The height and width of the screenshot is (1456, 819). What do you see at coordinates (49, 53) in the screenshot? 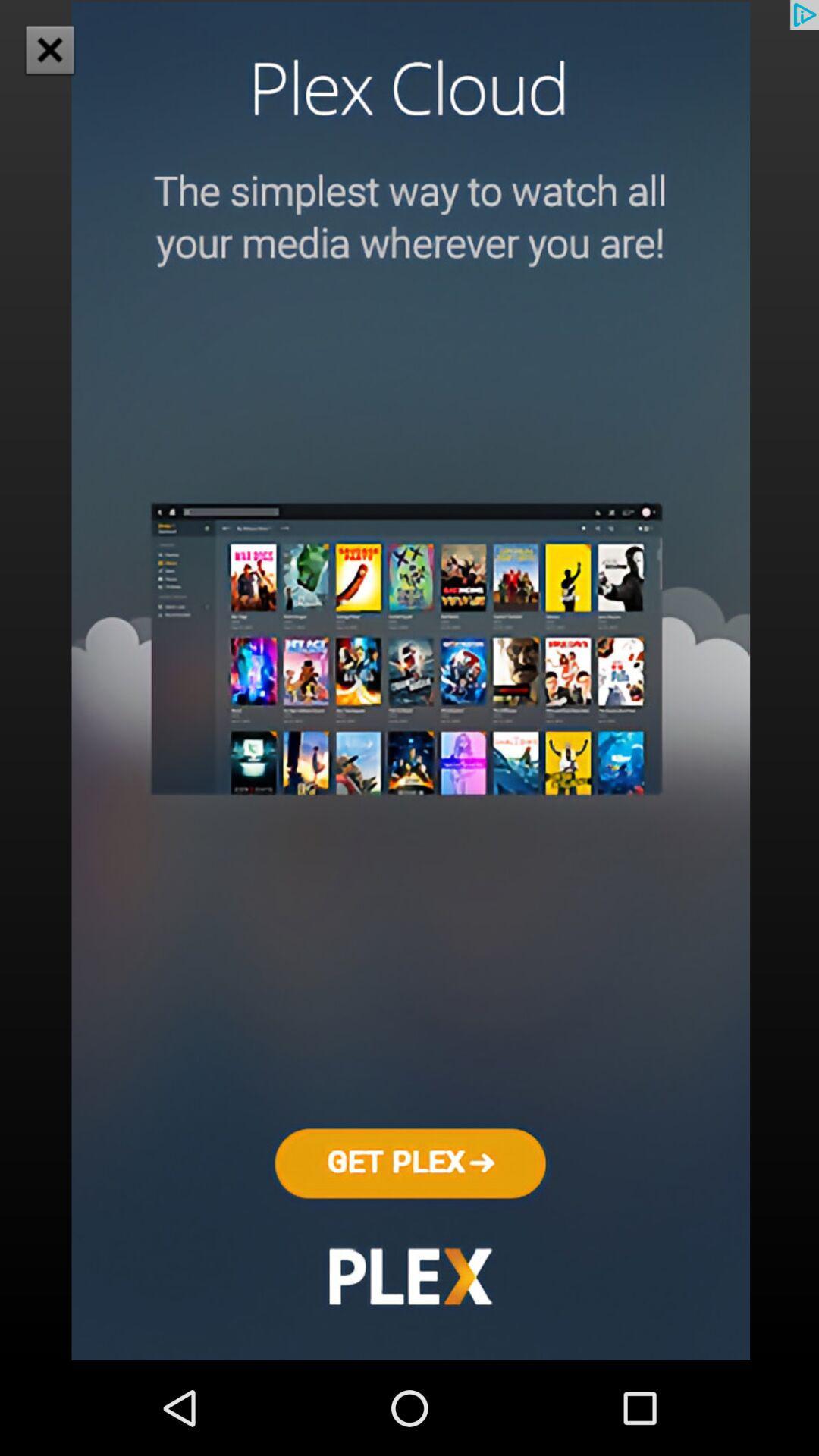
I see `the close icon` at bounding box center [49, 53].